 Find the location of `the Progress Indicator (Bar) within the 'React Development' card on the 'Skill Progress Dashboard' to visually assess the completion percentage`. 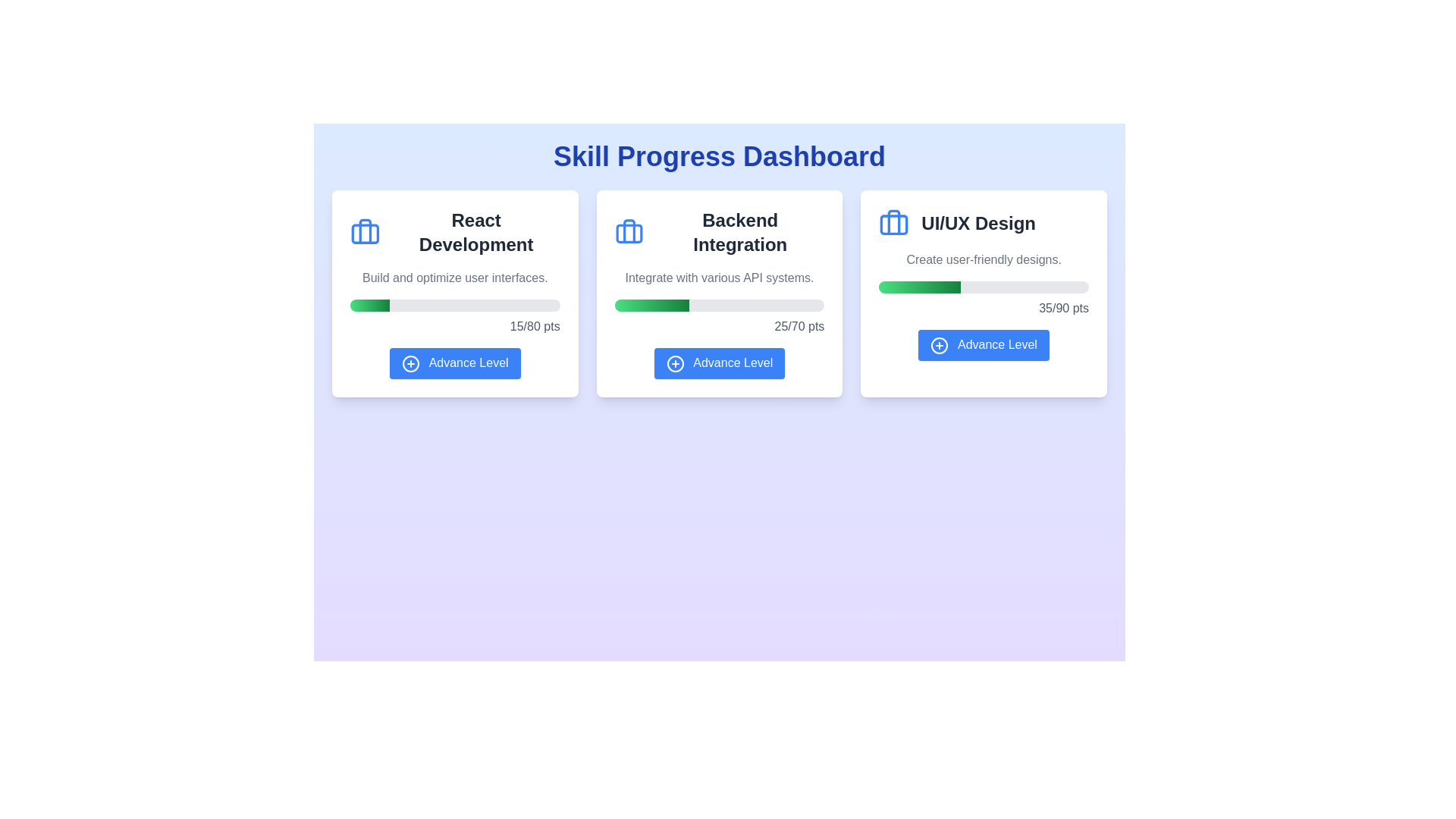

the Progress Indicator (Bar) within the 'React Development' card on the 'Skill Progress Dashboard' to visually assess the completion percentage is located at coordinates (369, 305).